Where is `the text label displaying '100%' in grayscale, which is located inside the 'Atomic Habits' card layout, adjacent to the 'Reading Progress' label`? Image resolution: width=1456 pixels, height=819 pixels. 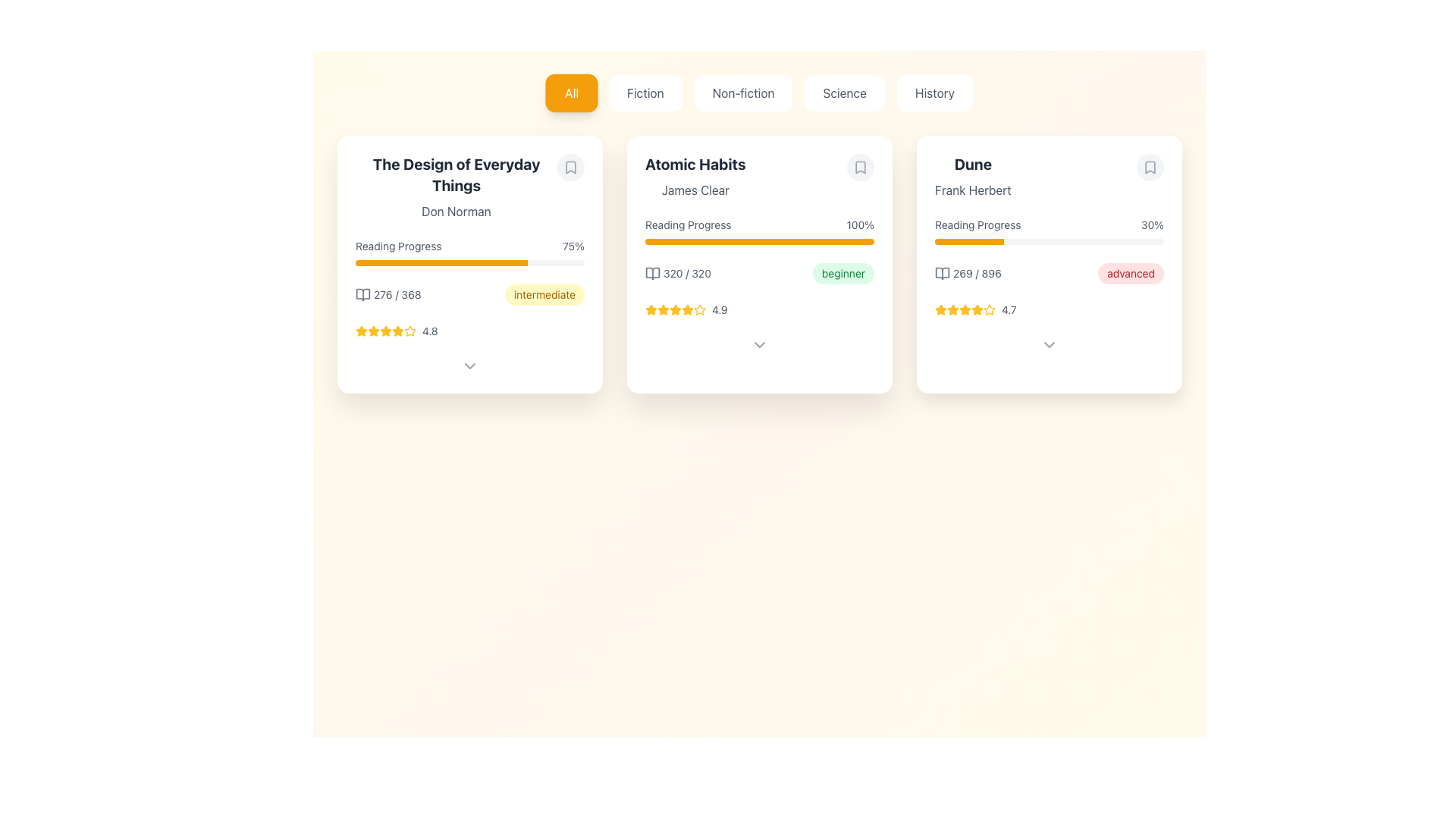
the text label displaying '100%' in grayscale, which is located inside the 'Atomic Habits' card layout, adjacent to the 'Reading Progress' label is located at coordinates (860, 225).